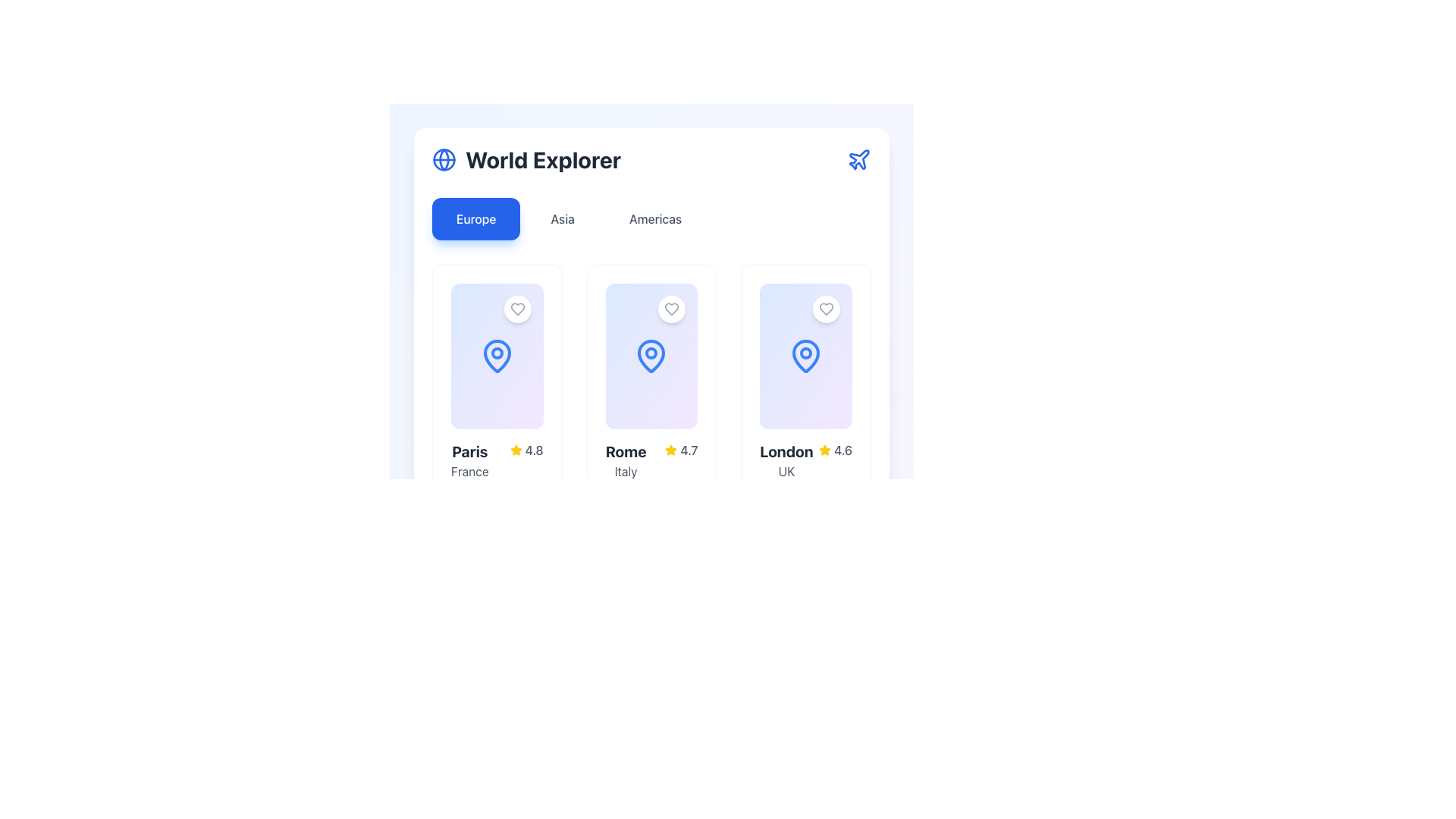  I want to click on the heart icon located in the top-right corner of the third card under the 'London' section heading to favorite the item, so click(825, 309).